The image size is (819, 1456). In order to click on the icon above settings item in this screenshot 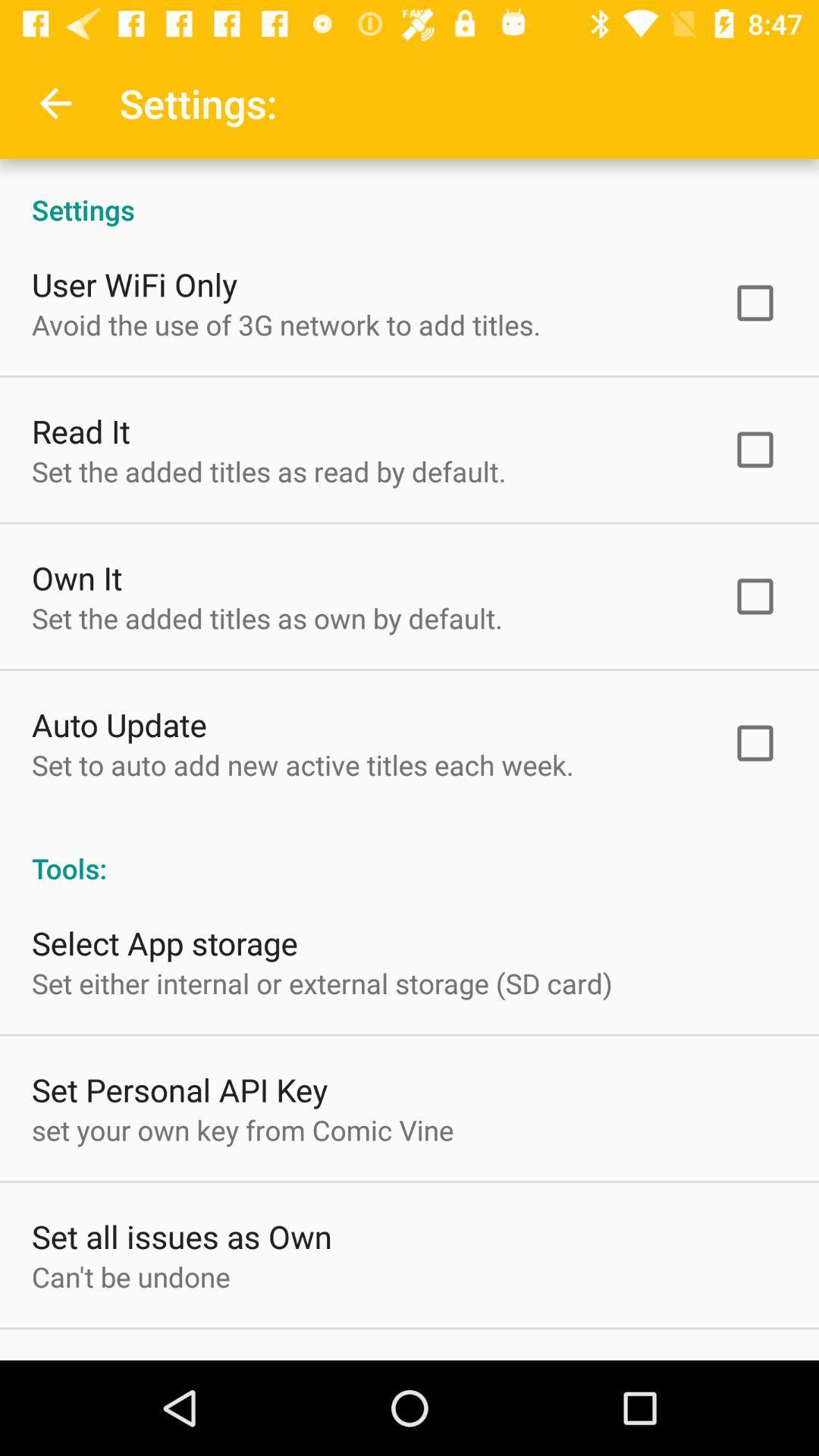, I will do `click(55, 102)`.